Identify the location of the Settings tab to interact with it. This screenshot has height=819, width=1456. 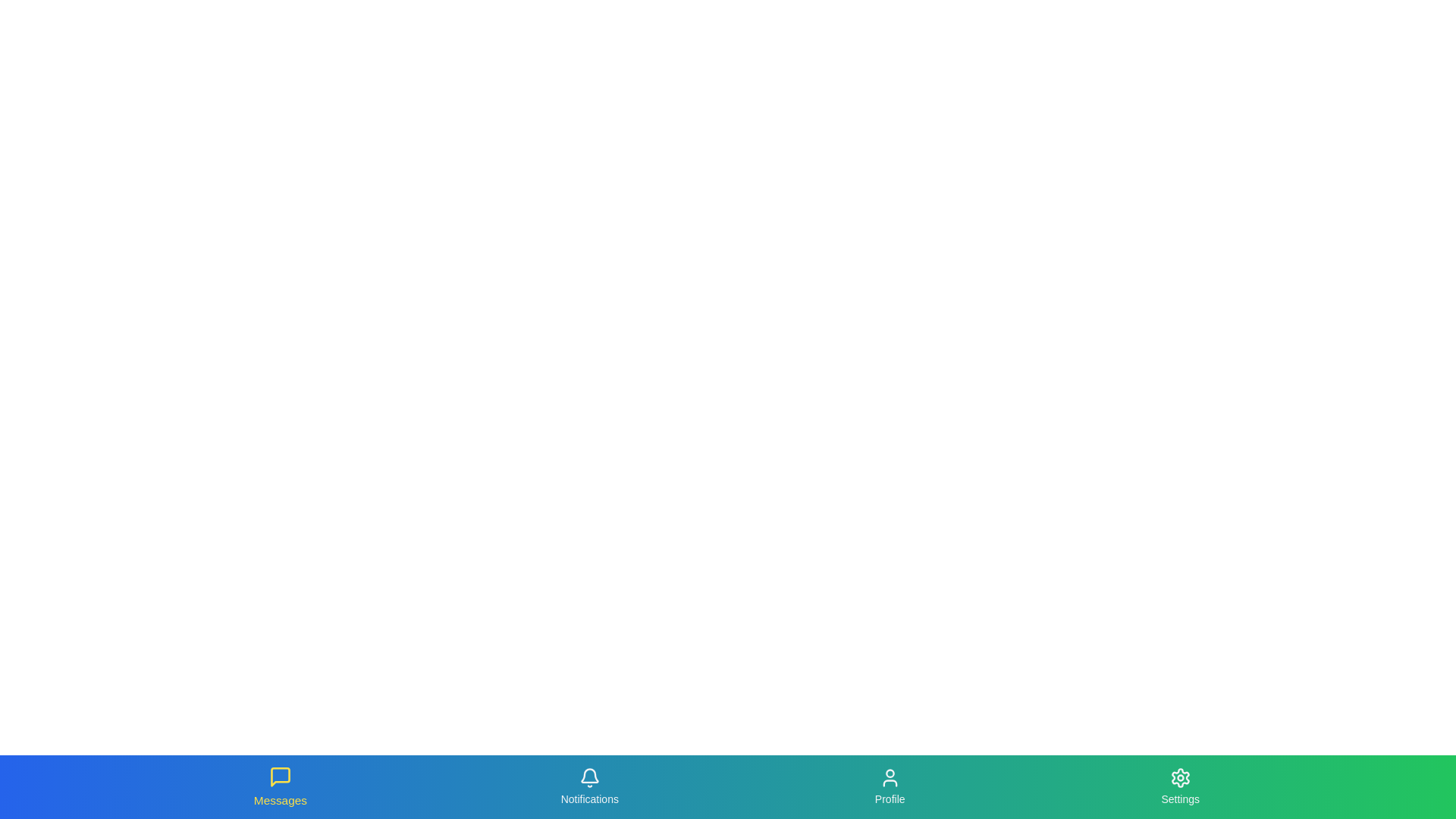
(1178, 786).